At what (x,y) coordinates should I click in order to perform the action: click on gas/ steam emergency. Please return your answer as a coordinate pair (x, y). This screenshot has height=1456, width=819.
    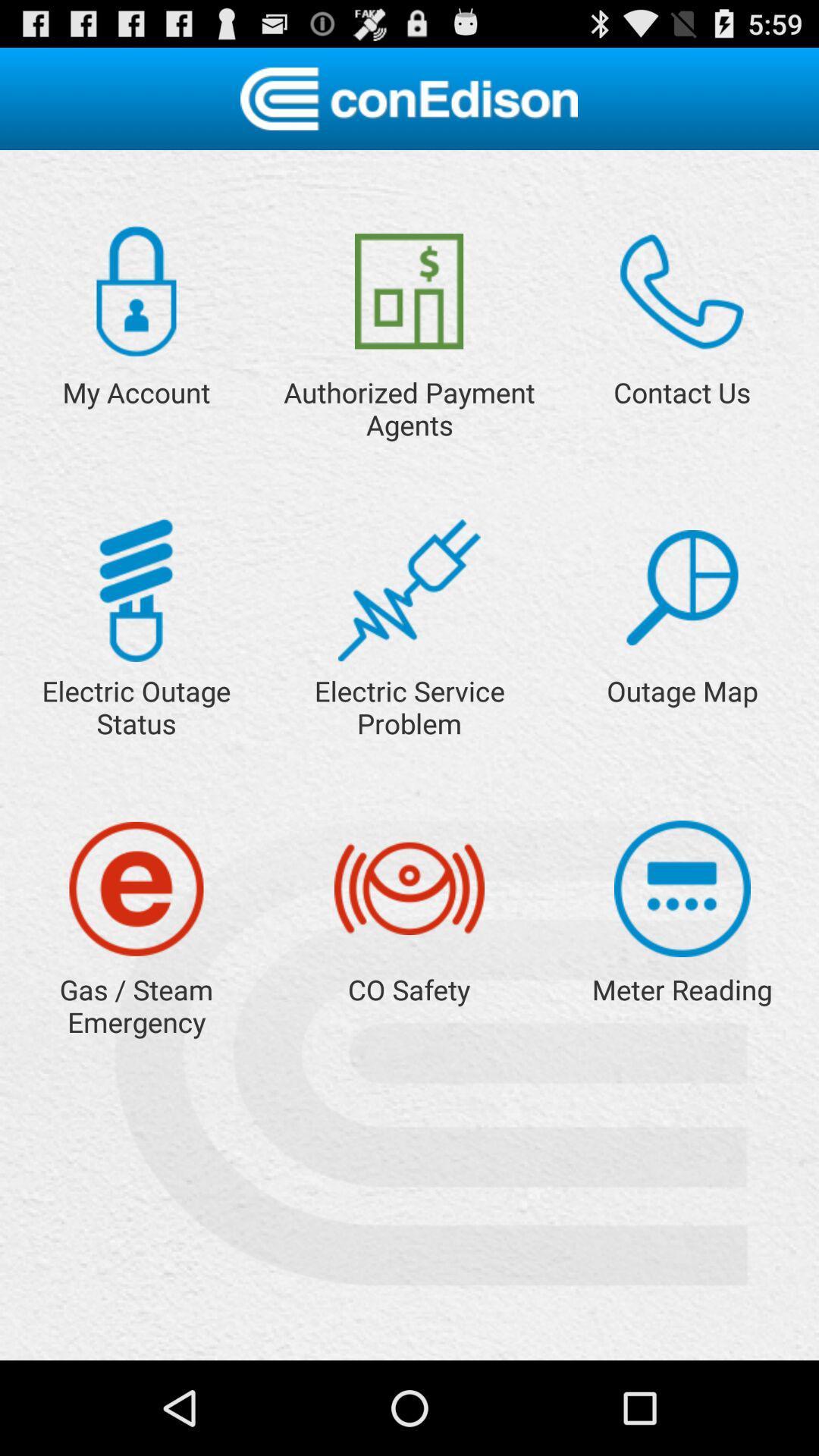
    Looking at the image, I should click on (136, 889).